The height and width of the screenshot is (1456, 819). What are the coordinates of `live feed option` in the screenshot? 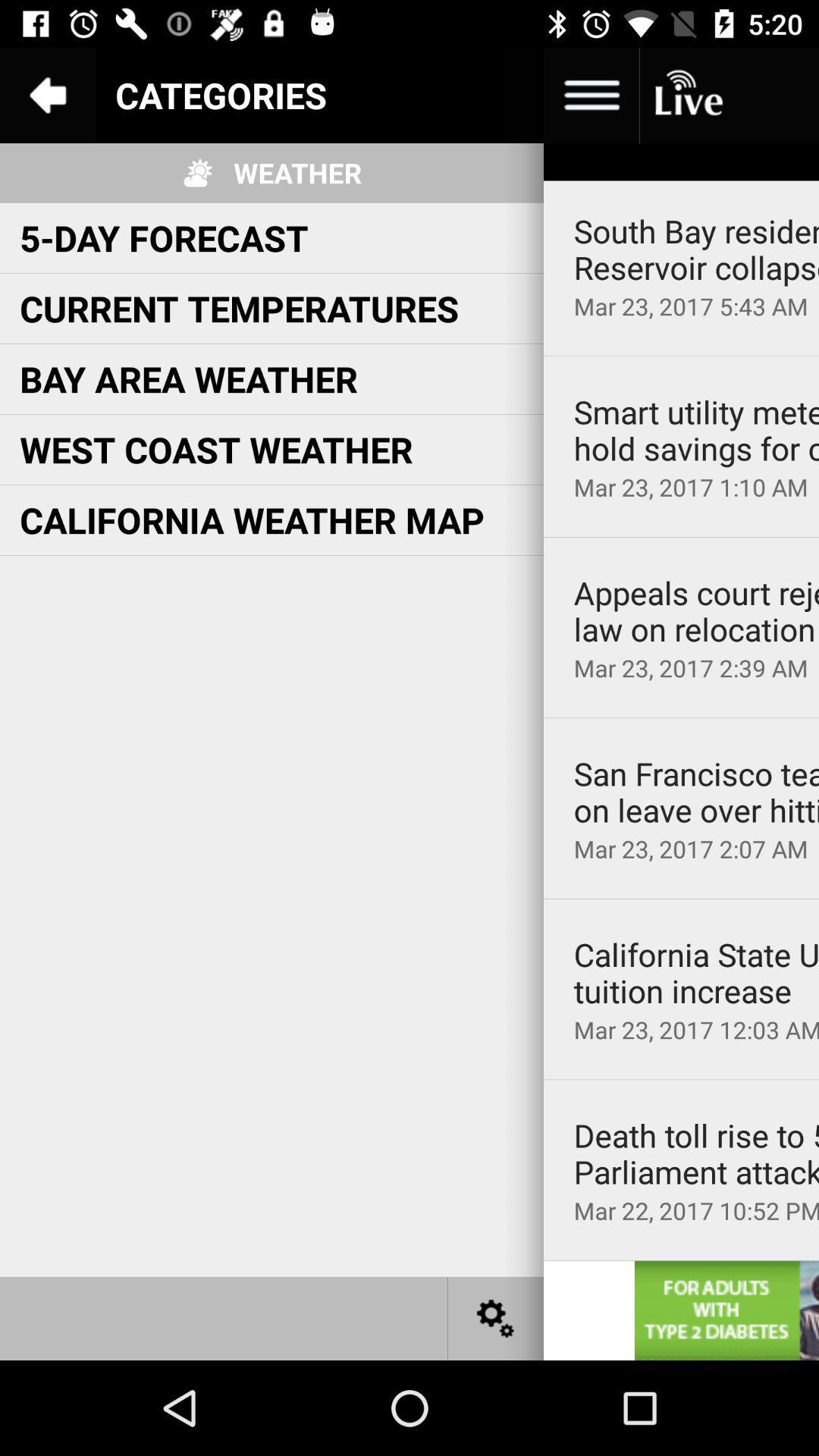 It's located at (687, 94).